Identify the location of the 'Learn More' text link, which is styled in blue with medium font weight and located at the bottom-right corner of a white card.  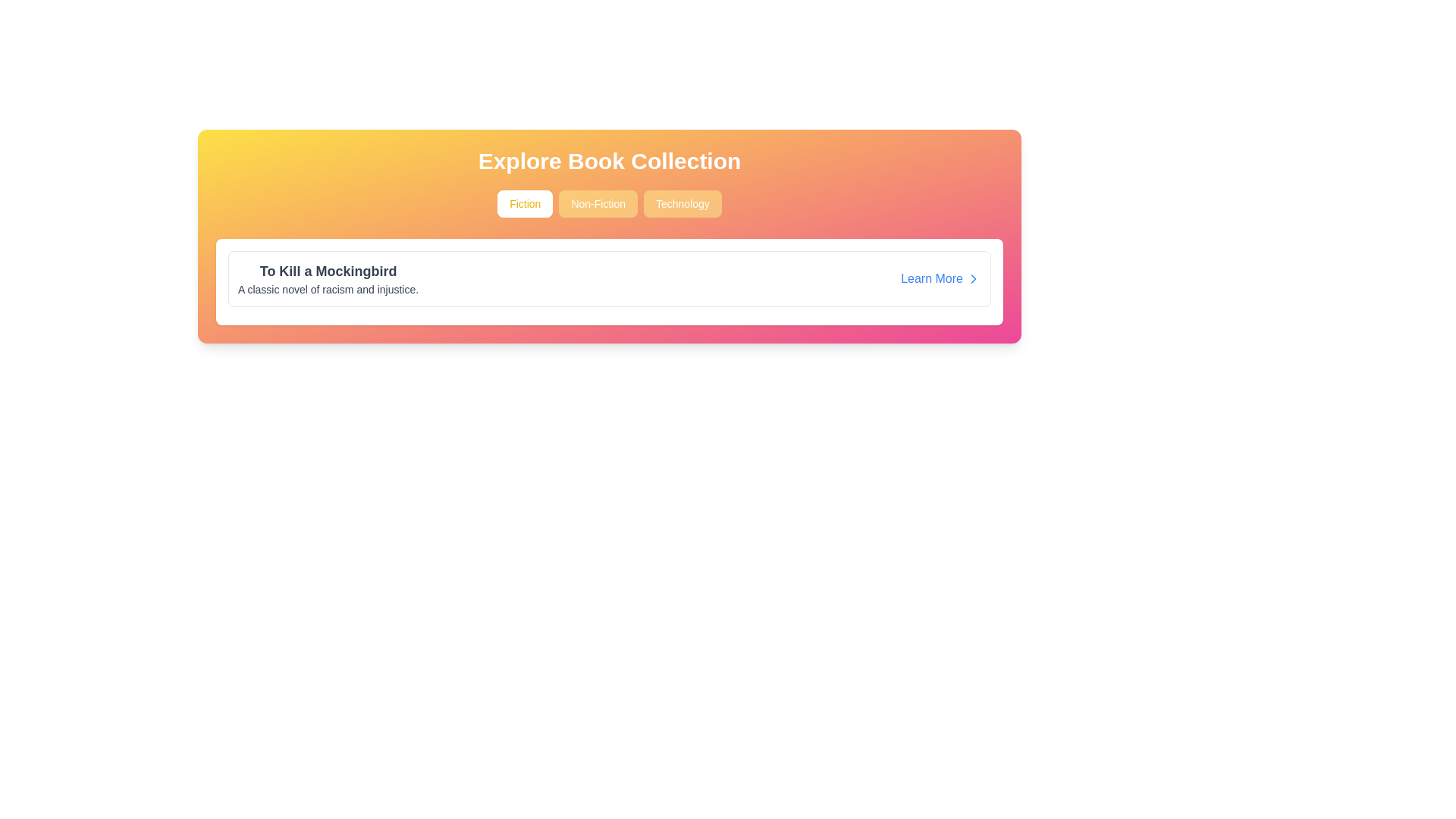
(931, 278).